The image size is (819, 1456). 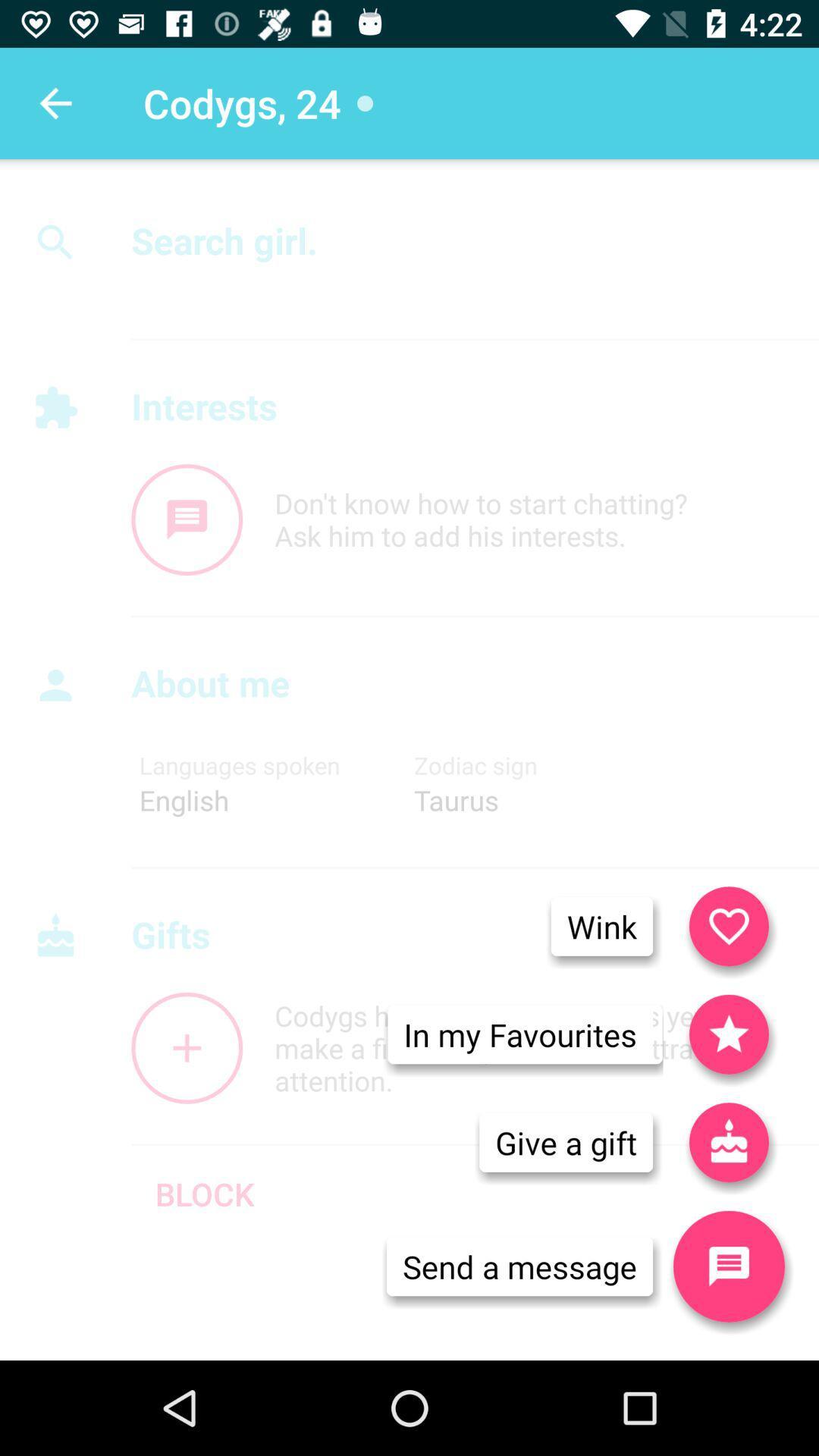 What do you see at coordinates (519, 1266) in the screenshot?
I see `the send a message item` at bounding box center [519, 1266].